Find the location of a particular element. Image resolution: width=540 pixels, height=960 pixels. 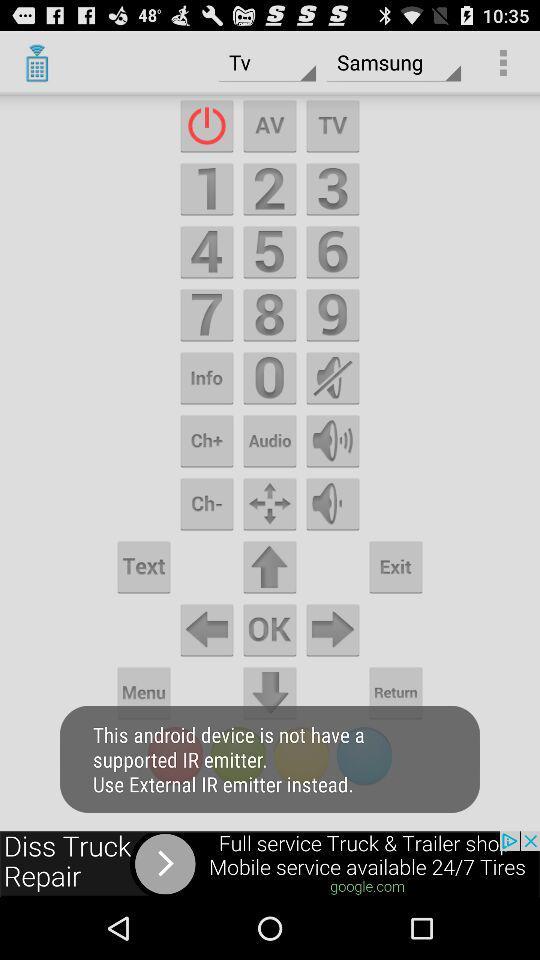

the arrow_downward icon is located at coordinates (270, 740).